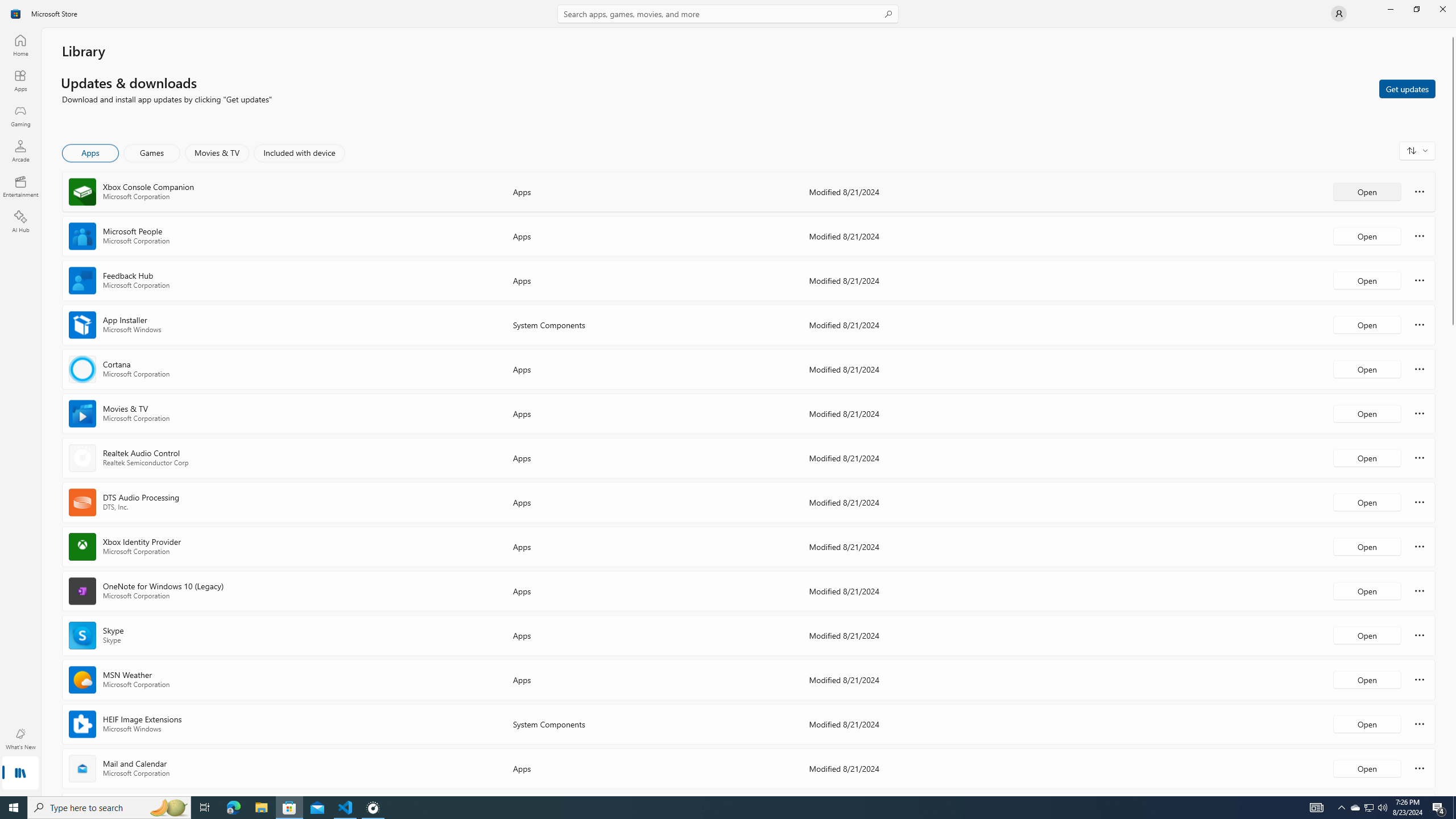 The width and height of the screenshot is (1456, 819). Describe the element at coordinates (19, 738) in the screenshot. I see `'What'` at that location.